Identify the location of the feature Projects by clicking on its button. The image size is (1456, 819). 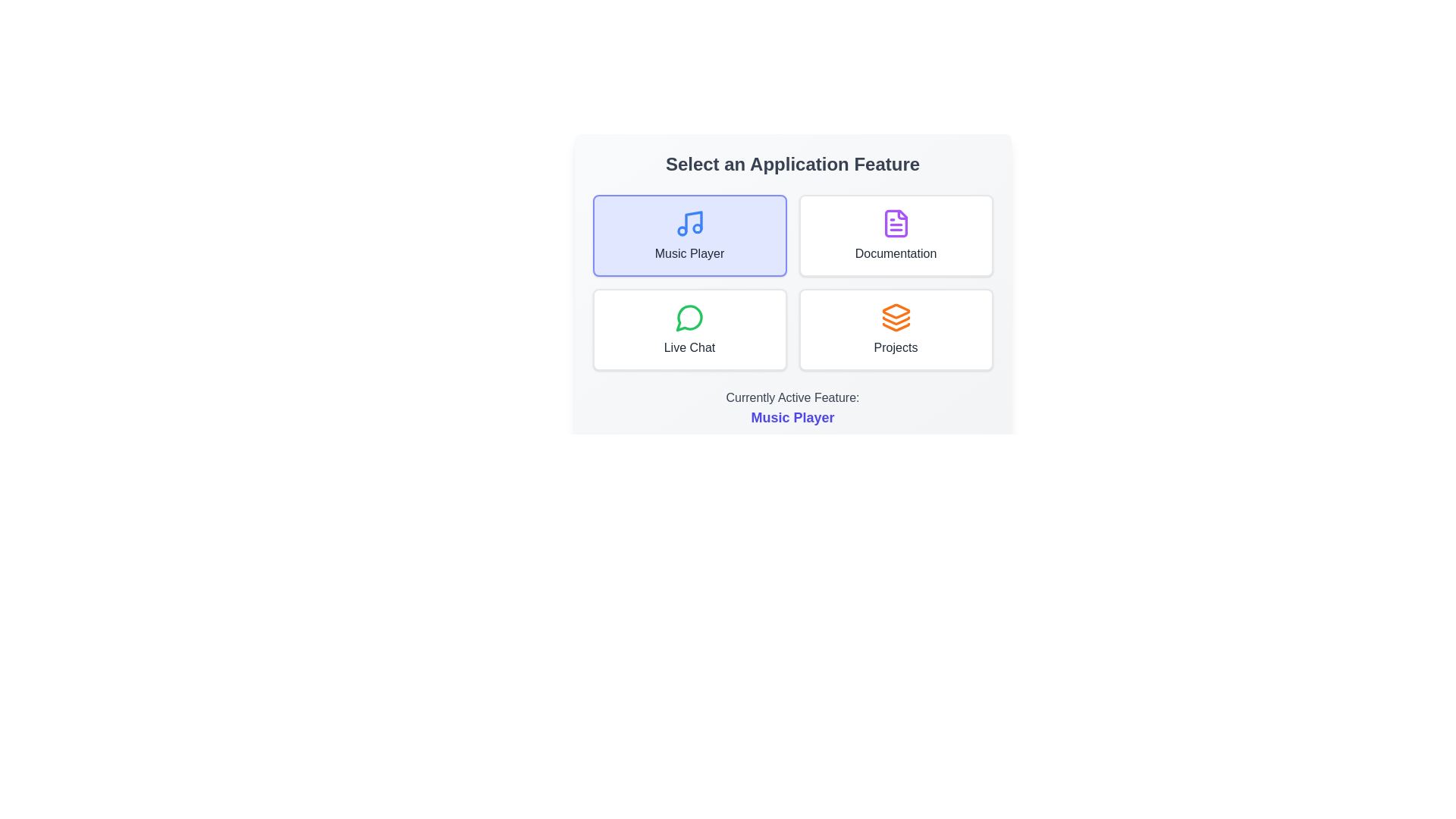
(896, 329).